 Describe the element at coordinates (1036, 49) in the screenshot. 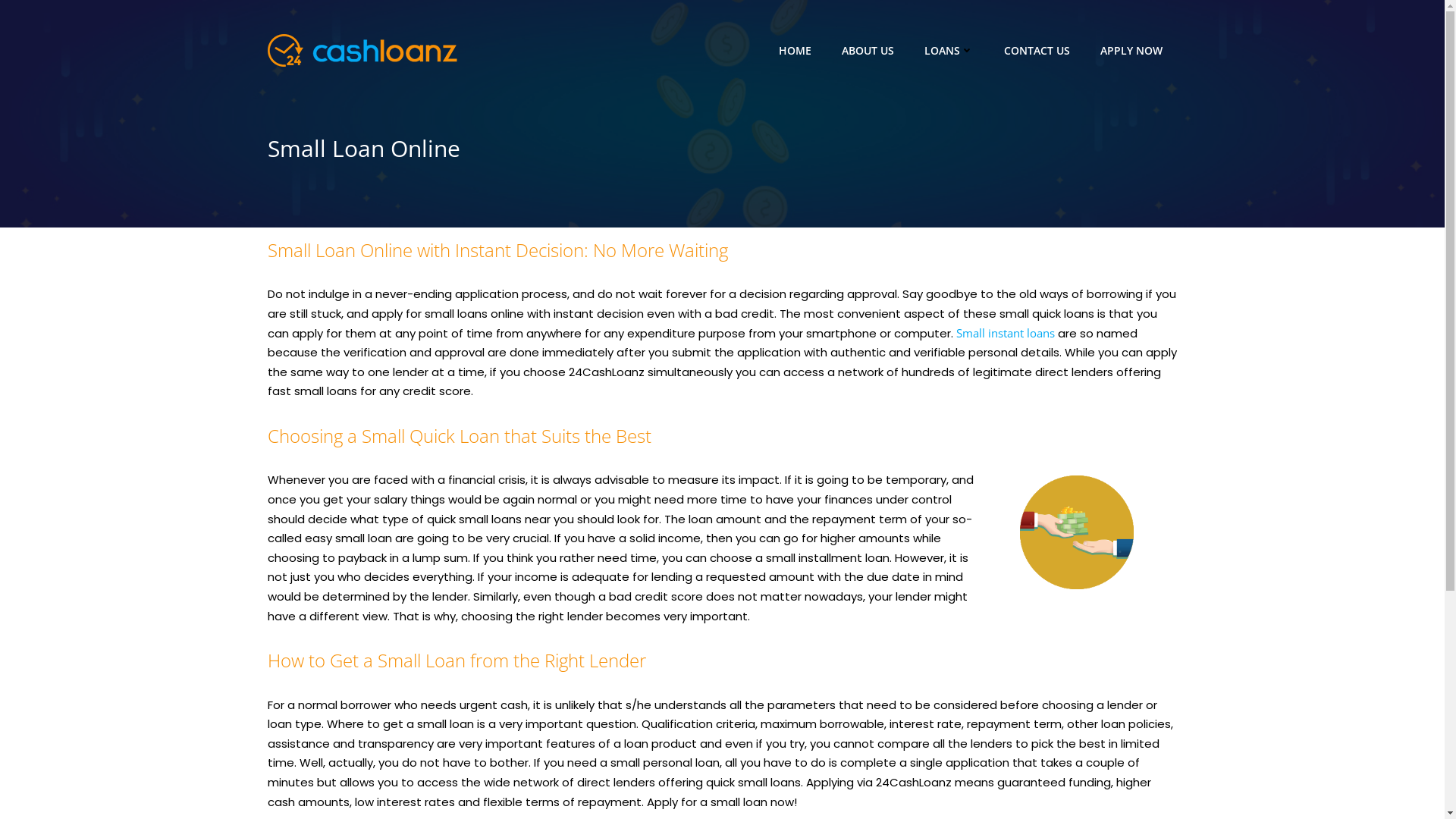

I see `'CONTACT US'` at that location.